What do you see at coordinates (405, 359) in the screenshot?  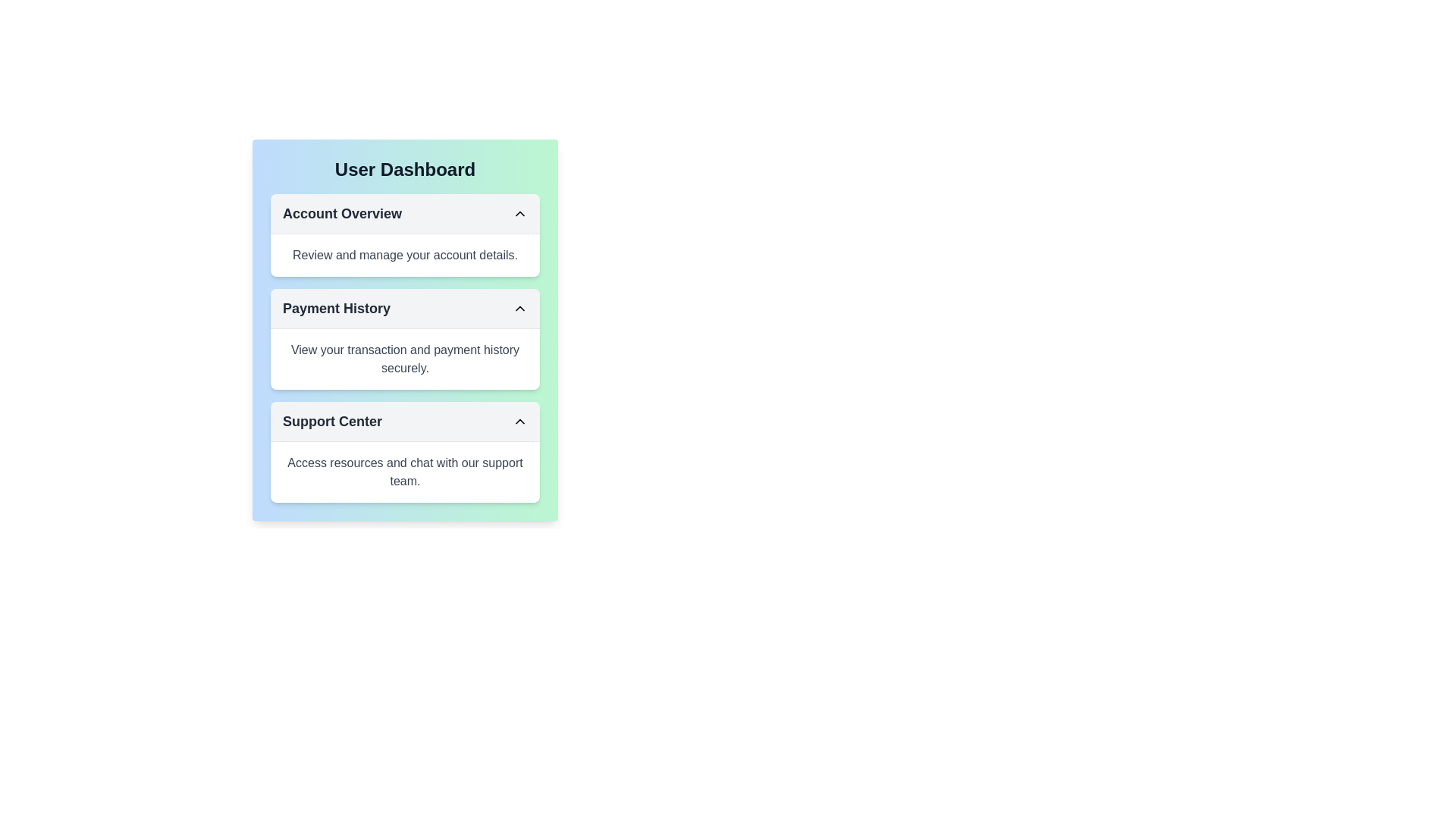 I see `the static text element that provides information about the 'Payment History' section's functionality, located centrally below the 'Payment History' title in the User Dashboard interface` at bounding box center [405, 359].